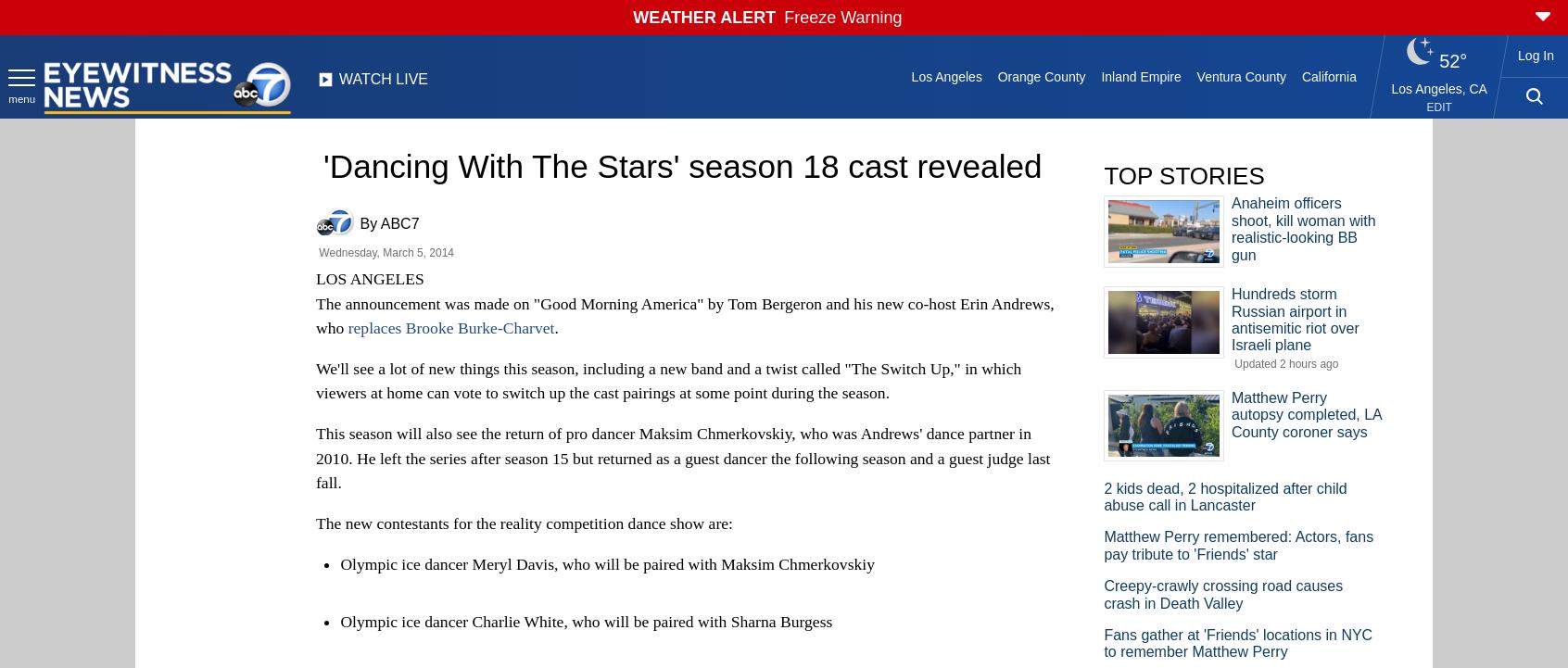 Image resolution: width=1568 pixels, height=668 pixels. What do you see at coordinates (369, 278) in the screenshot?
I see `'LOS ANGELES'` at bounding box center [369, 278].